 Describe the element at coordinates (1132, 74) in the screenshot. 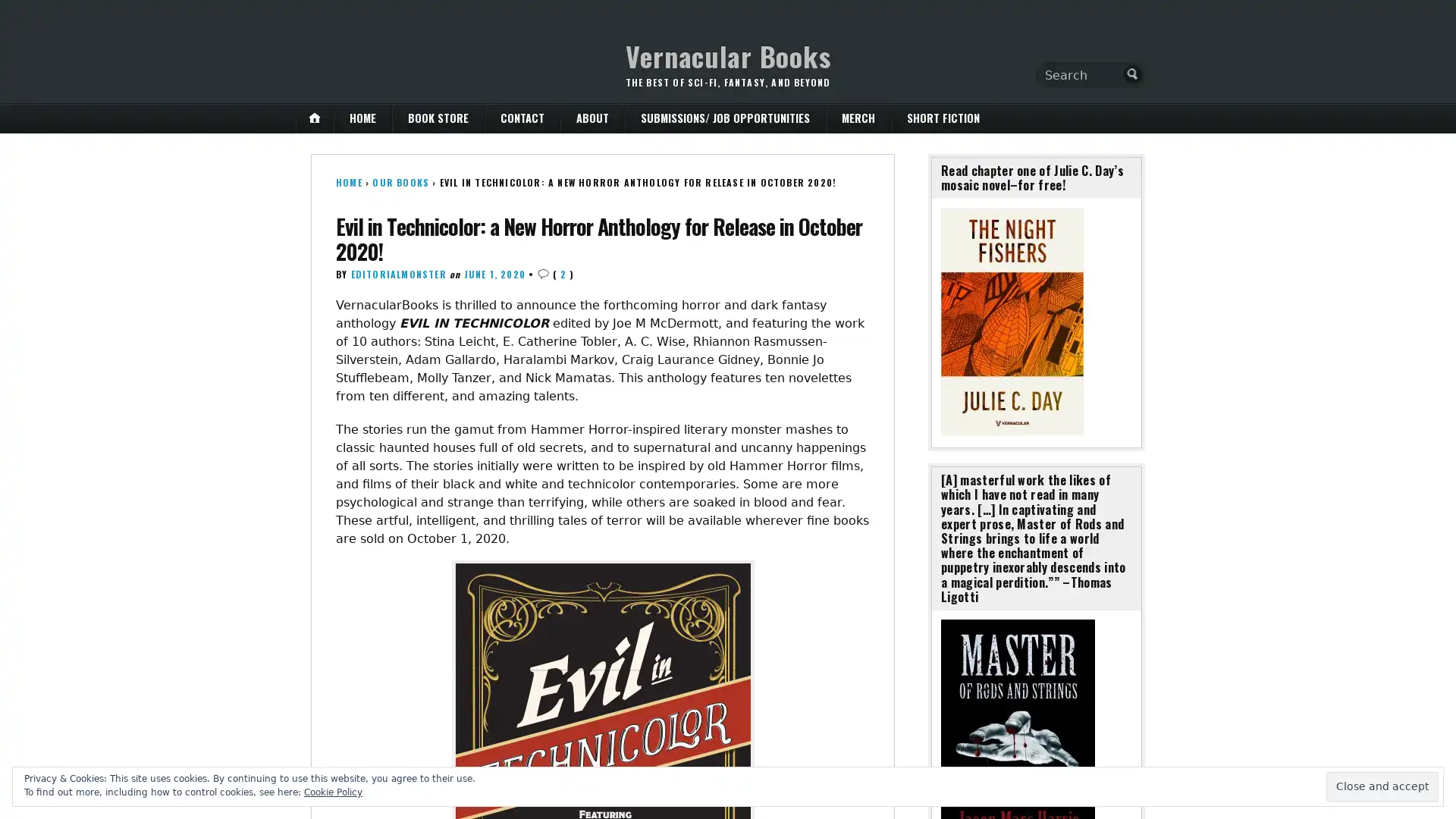

I see `Submit` at that location.